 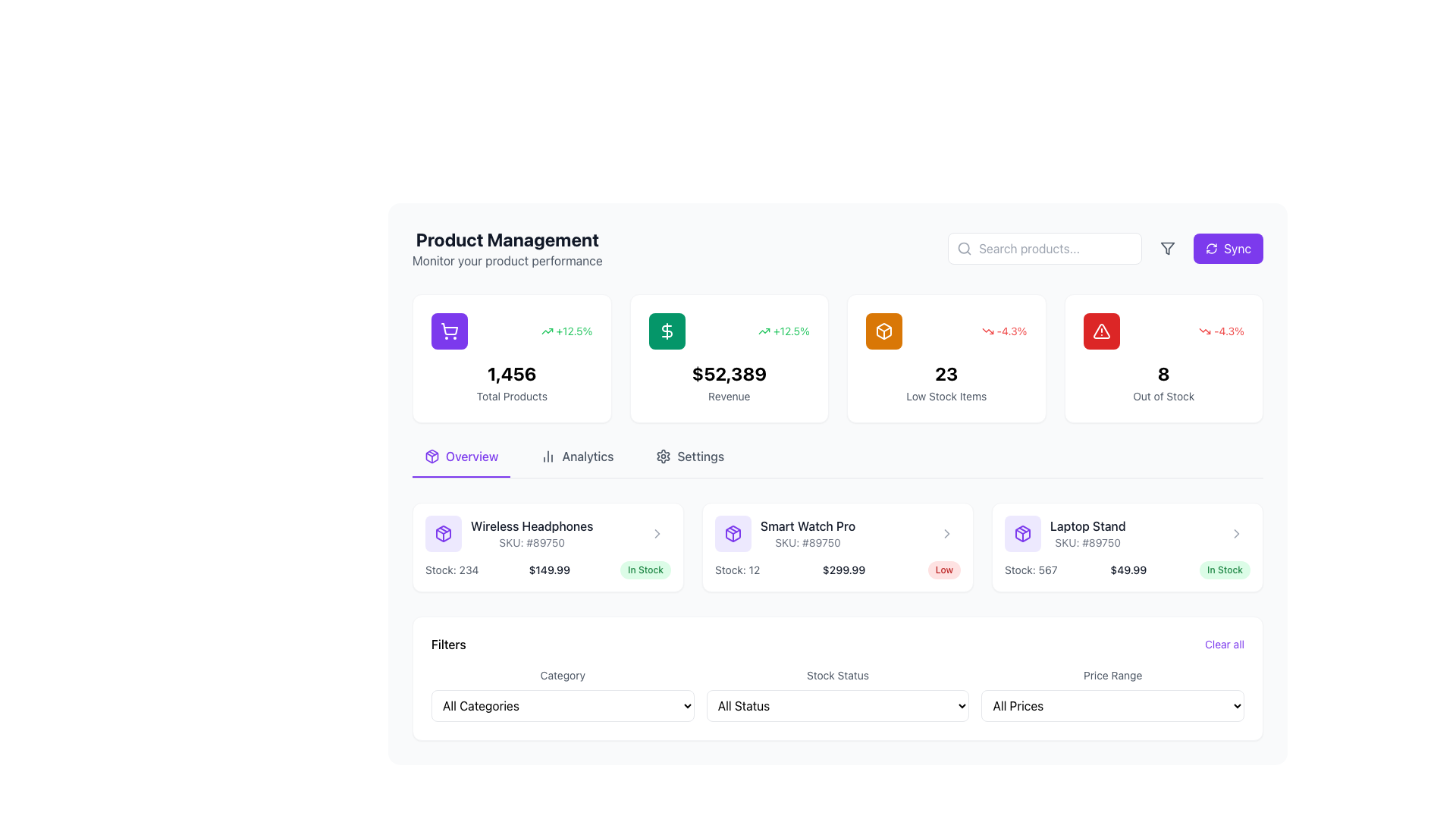 What do you see at coordinates (451, 570) in the screenshot?
I see `the 'Stock: 234' text element that indicates the current stock quantity of an item` at bounding box center [451, 570].